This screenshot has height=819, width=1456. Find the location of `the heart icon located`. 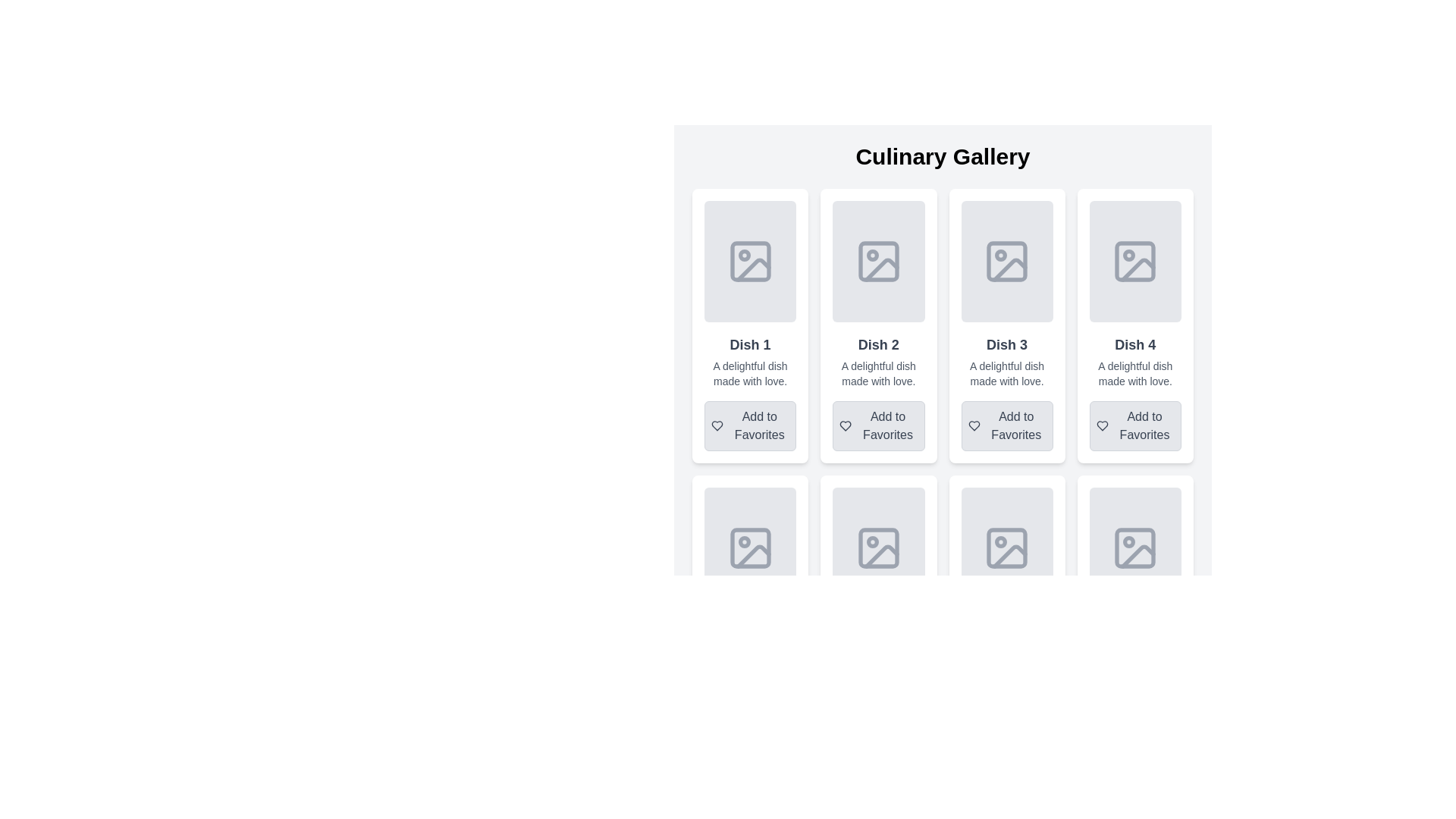

the heart icon located is located at coordinates (1102, 426).